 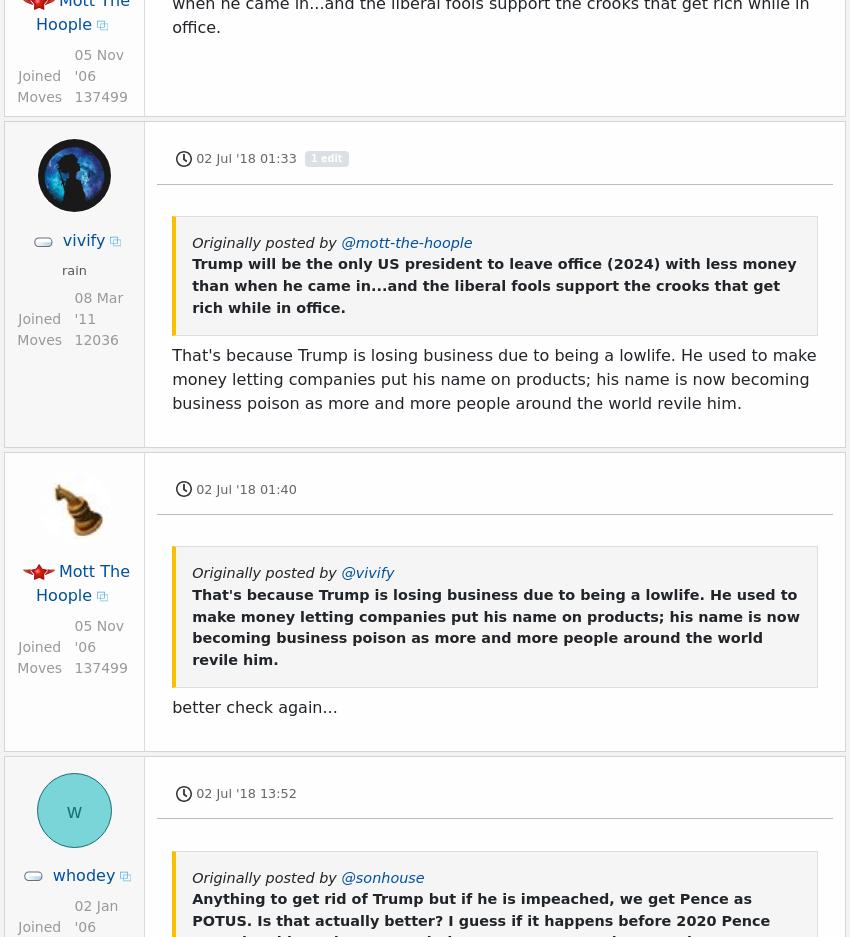 I want to click on 'Rating Tables', so click(x=184, y=46).